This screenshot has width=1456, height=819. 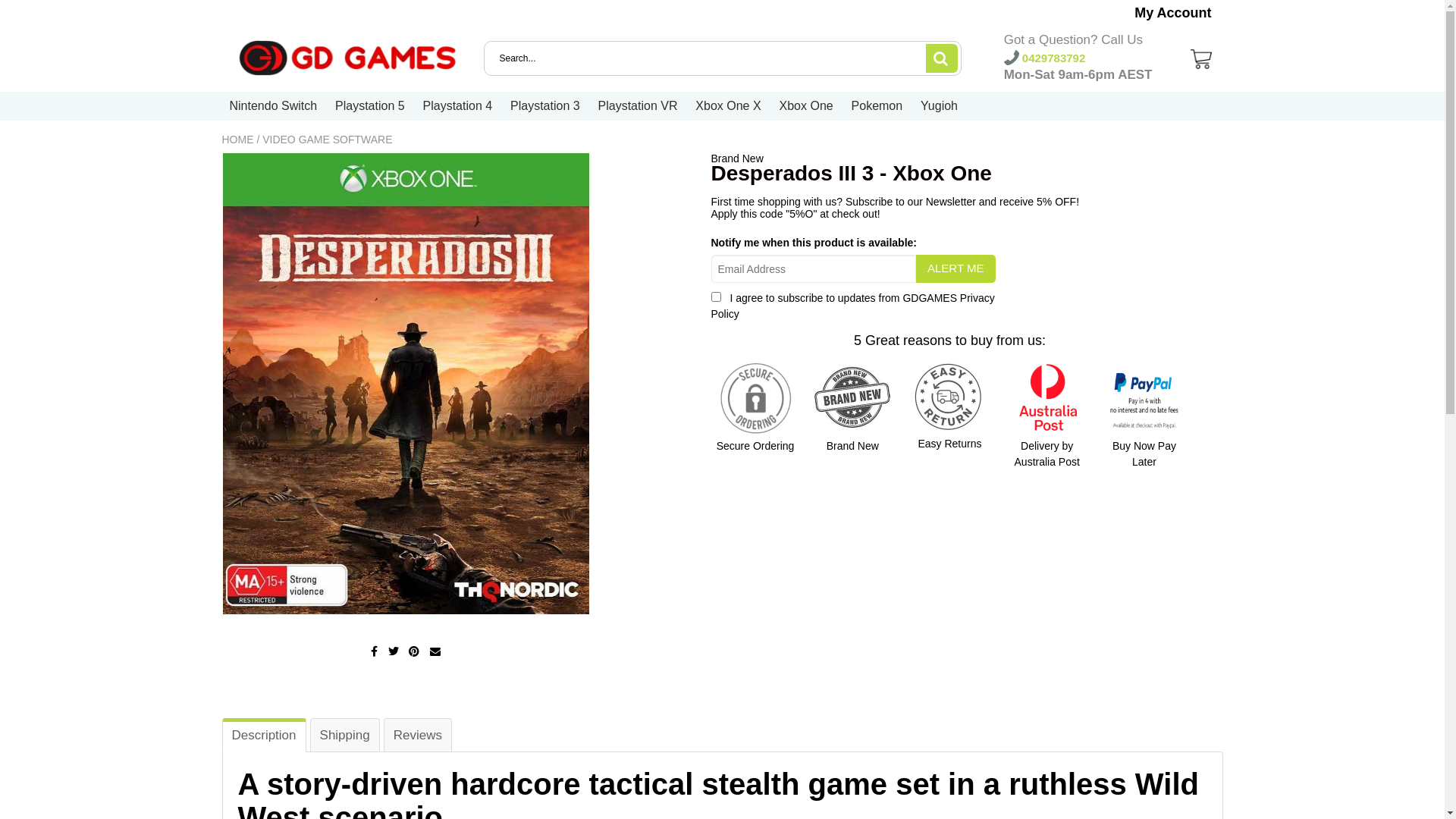 I want to click on 'My Account', so click(x=1172, y=12).